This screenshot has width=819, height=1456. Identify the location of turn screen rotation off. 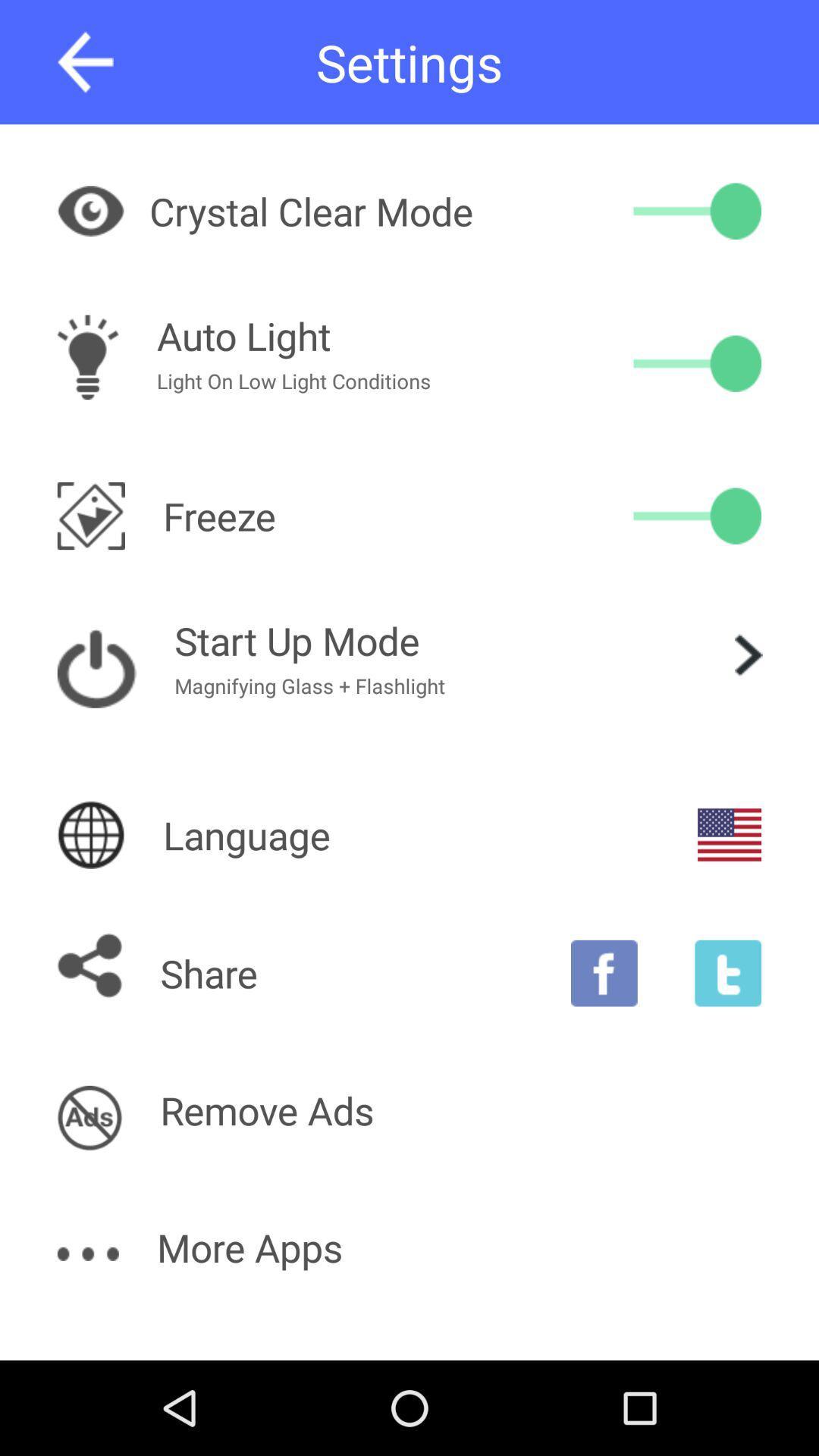
(697, 516).